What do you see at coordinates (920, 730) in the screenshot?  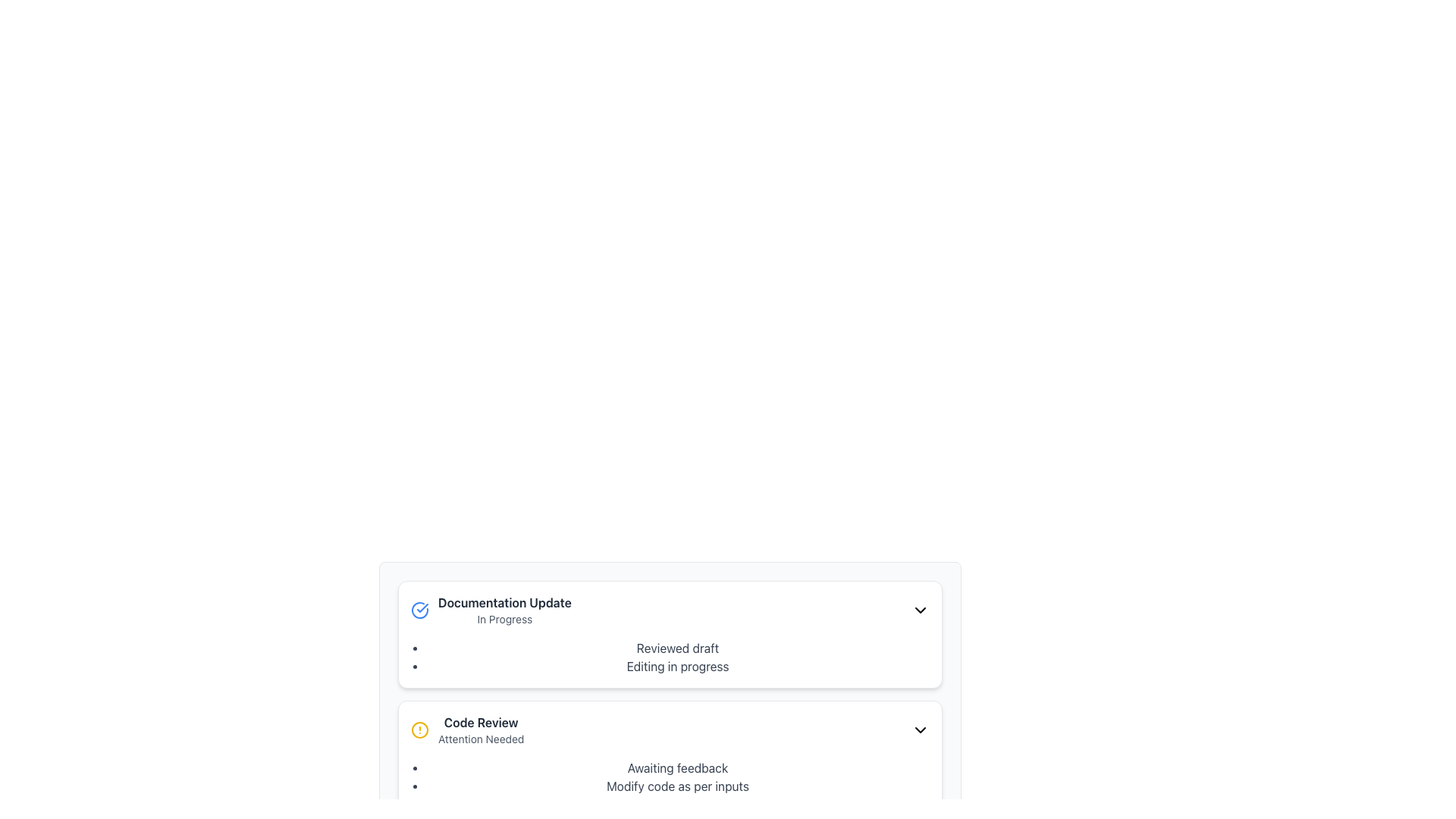 I see `the Dropdown indicator icon located at the far right of the 'Code Review' section` at bounding box center [920, 730].